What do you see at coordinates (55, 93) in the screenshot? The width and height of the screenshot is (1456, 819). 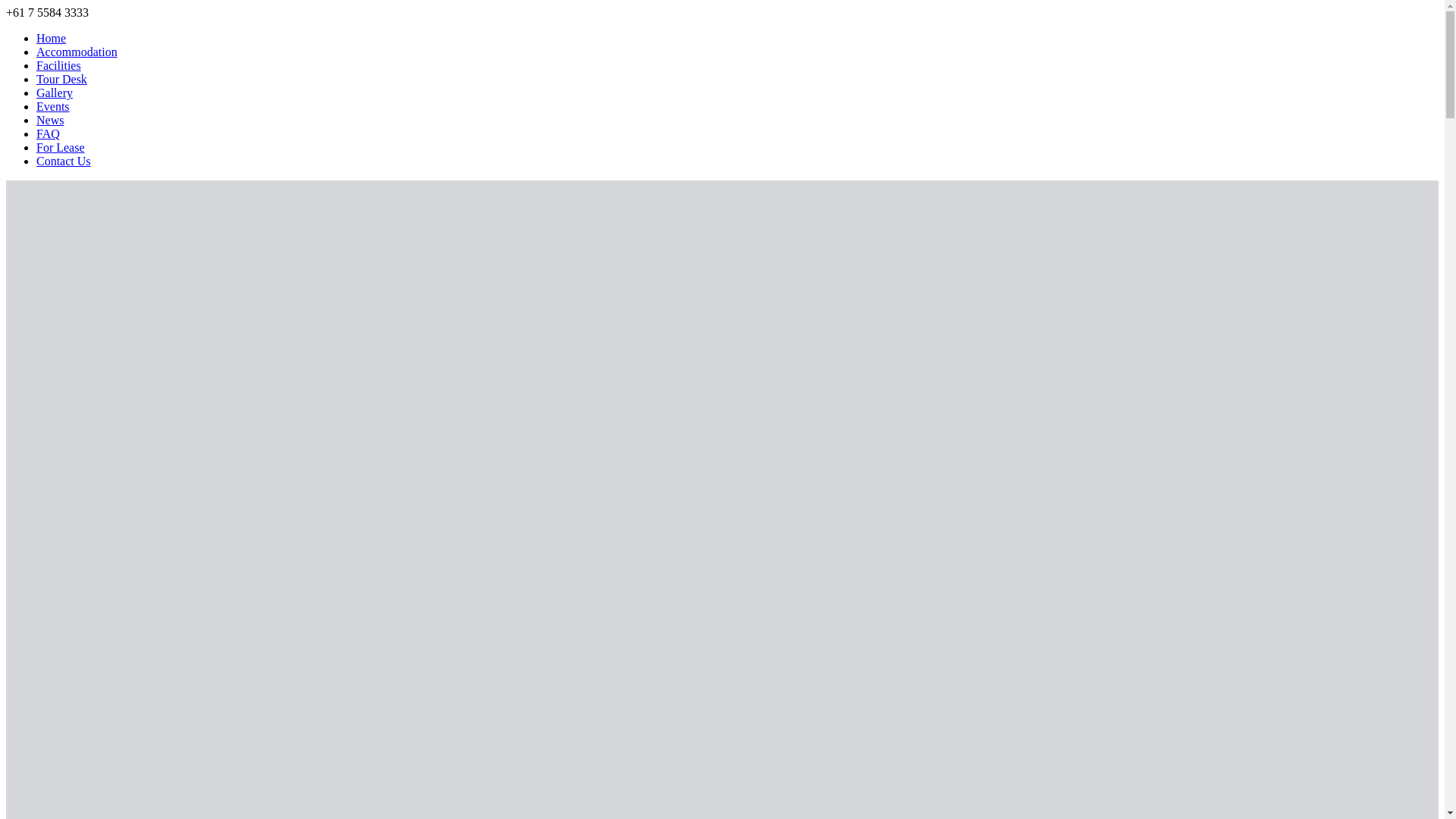 I see `'Gallery'` at bounding box center [55, 93].